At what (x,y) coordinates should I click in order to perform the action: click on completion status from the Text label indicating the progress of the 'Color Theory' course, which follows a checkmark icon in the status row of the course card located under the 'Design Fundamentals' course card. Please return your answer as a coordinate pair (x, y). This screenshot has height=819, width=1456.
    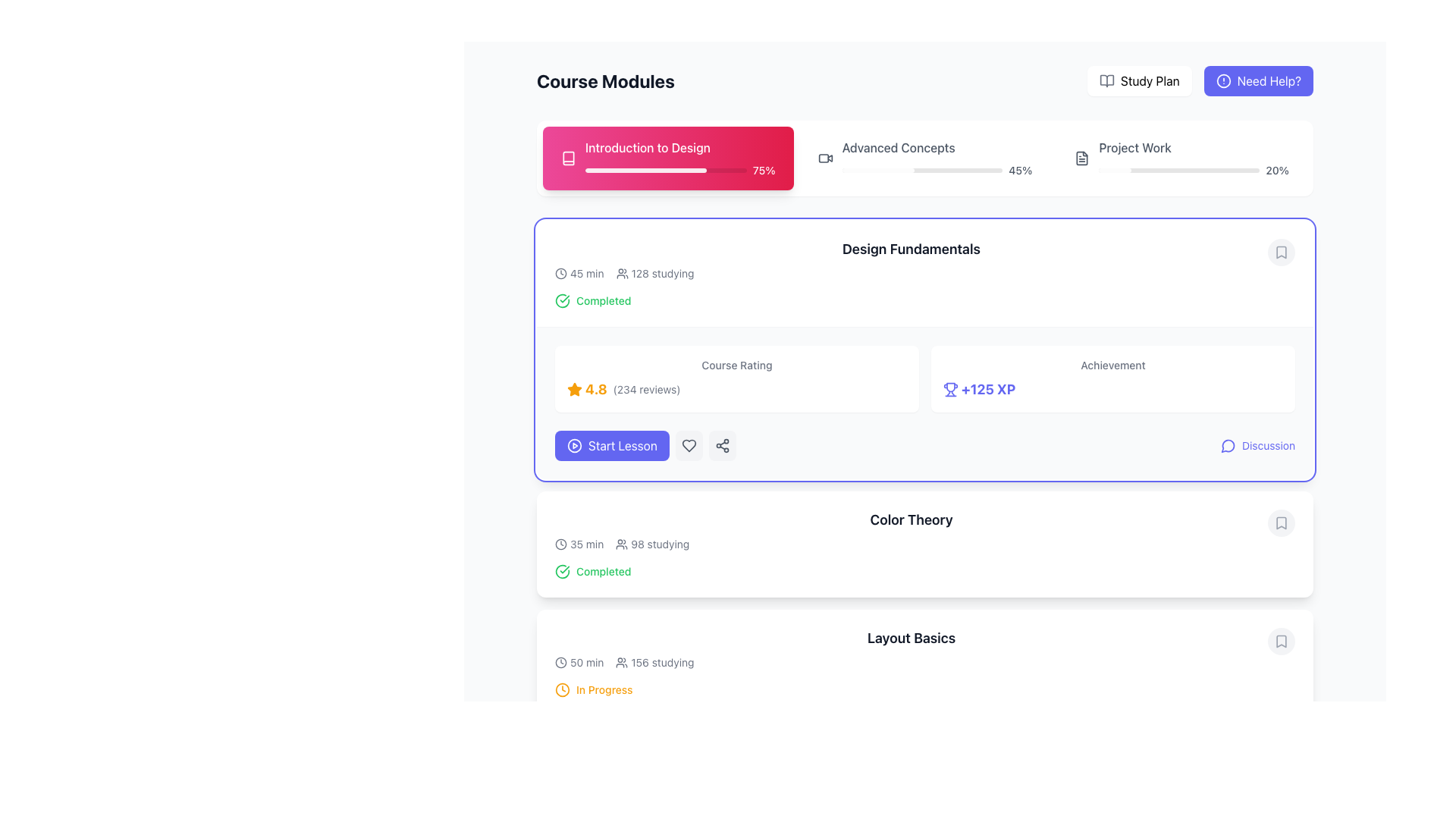
    Looking at the image, I should click on (603, 571).